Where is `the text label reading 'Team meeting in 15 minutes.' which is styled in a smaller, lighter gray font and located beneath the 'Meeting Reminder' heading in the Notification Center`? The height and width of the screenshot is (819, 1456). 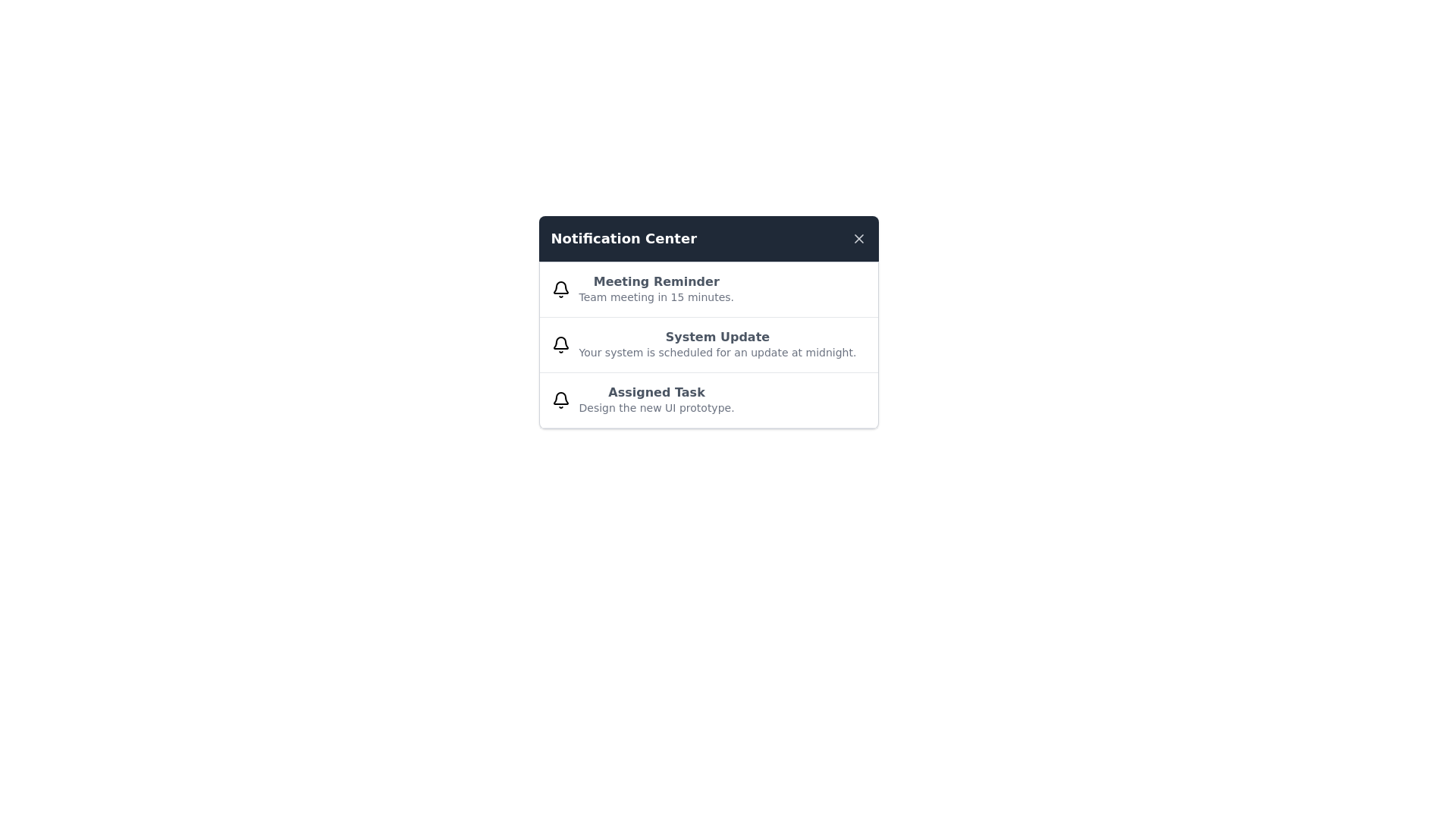
the text label reading 'Team meeting in 15 minutes.' which is styled in a smaller, lighter gray font and located beneath the 'Meeting Reminder' heading in the Notification Center is located at coordinates (656, 297).